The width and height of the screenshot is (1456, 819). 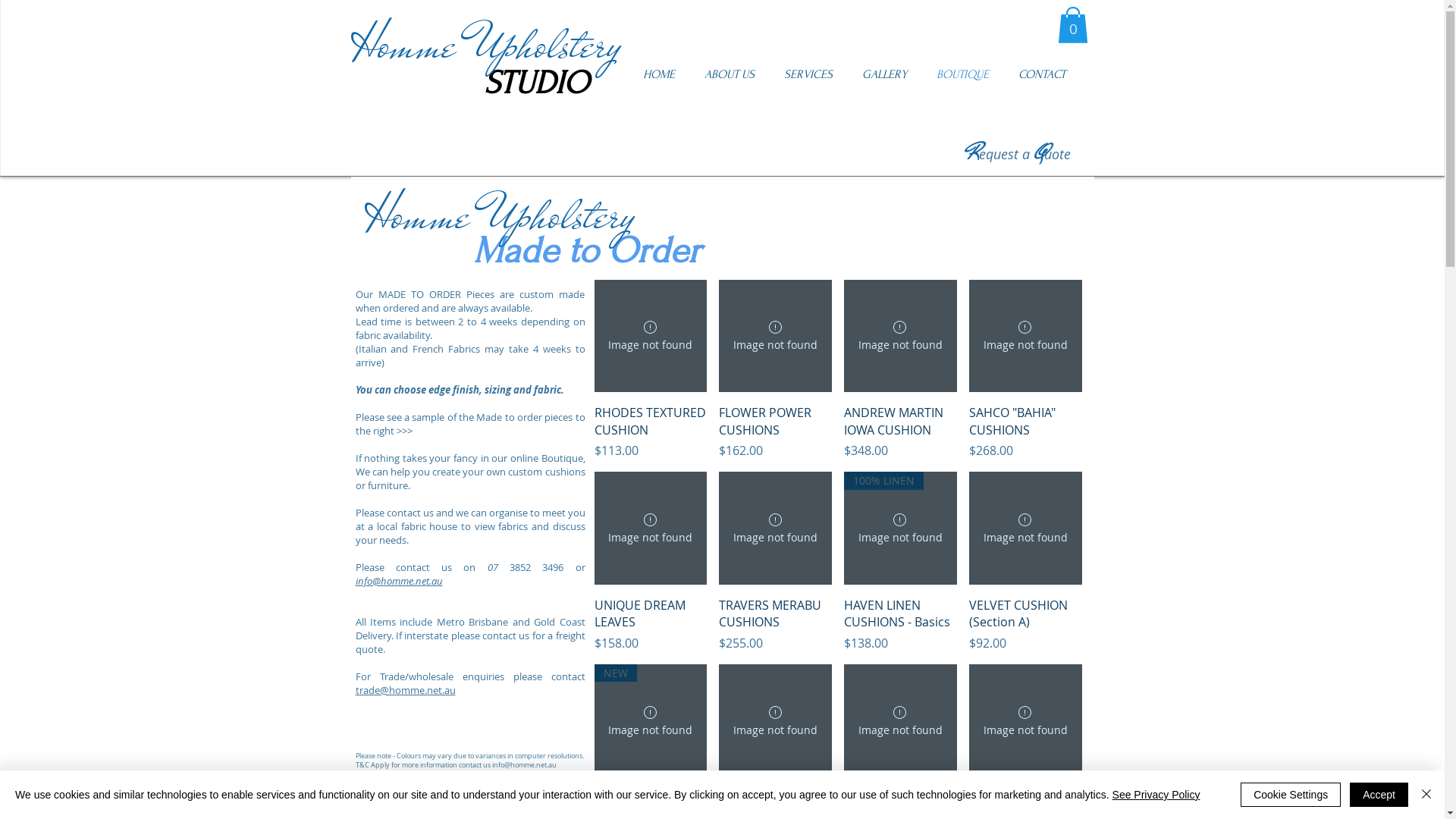 I want to click on 'TRAVERS MERABU CUSHIONS, so click(x=718, y=527).